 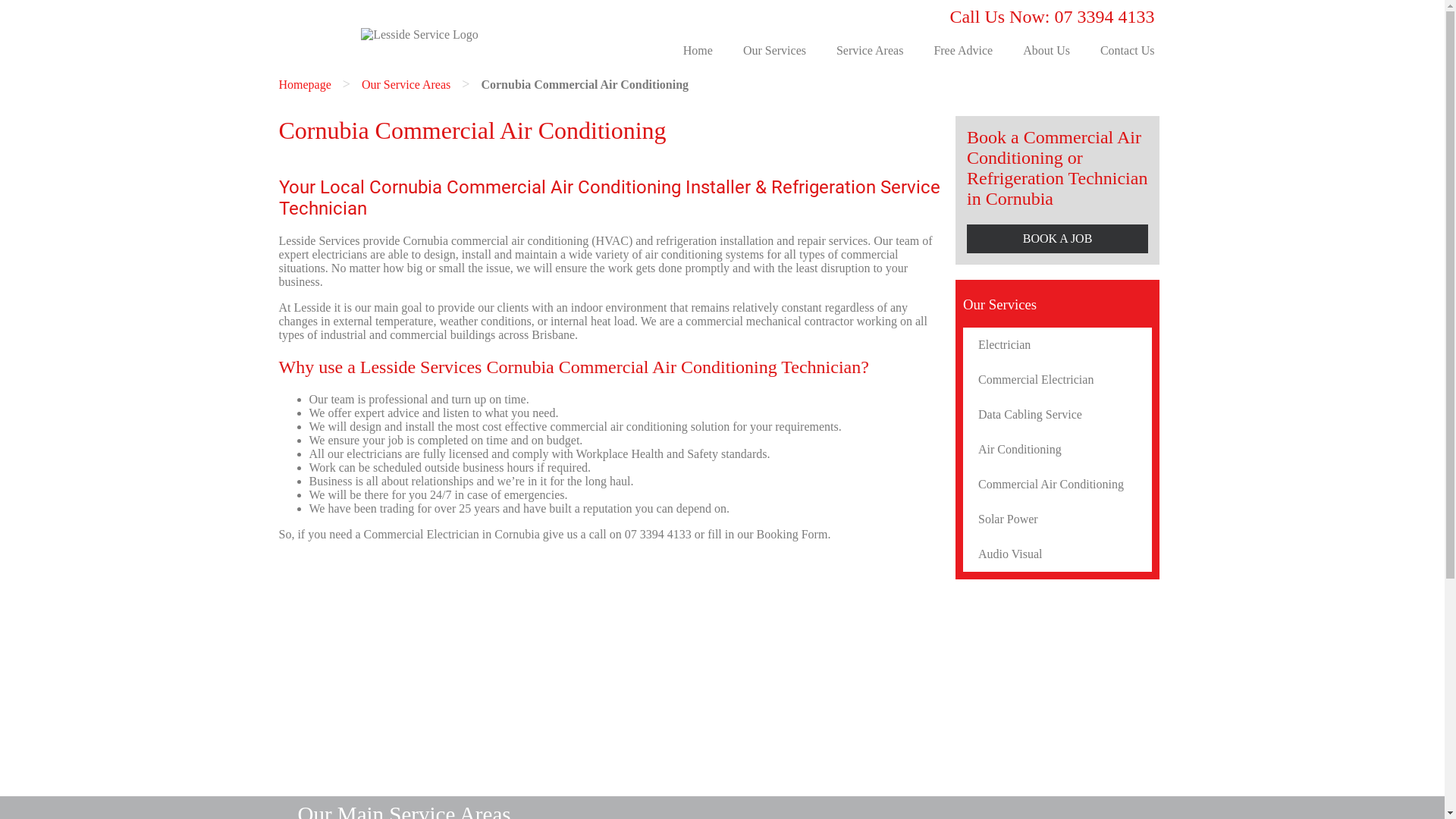 I want to click on 'Data Cabling Service', so click(x=1056, y=415).